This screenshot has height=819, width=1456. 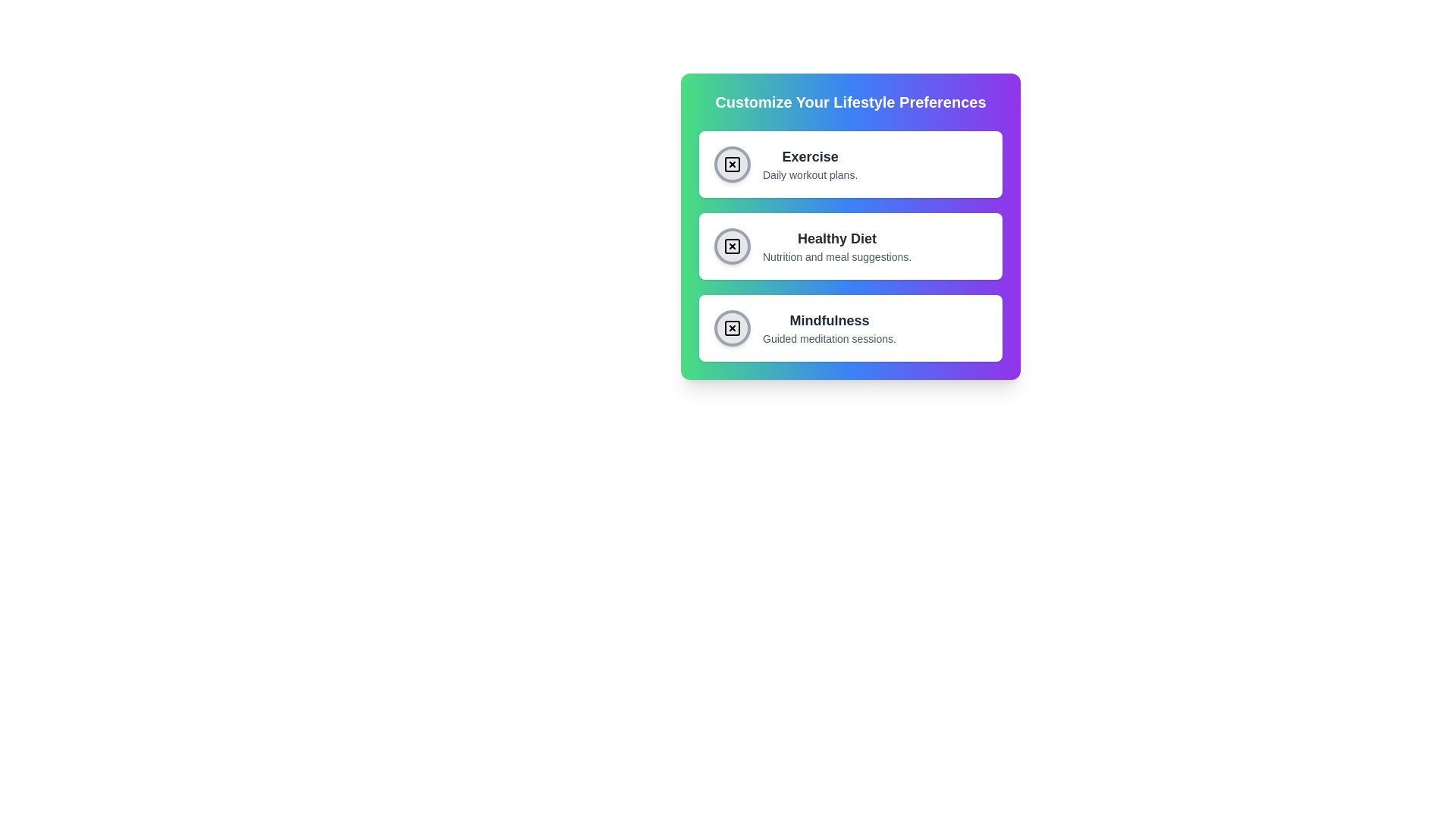 What do you see at coordinates (809, 174) in the screenshot?
I see `the descriptive text label located directly below the 'Exercise' option in the first section of the selectable panels under the 'Customize Your Lifestyle Preferences' header` at bounding box center [809, 174].